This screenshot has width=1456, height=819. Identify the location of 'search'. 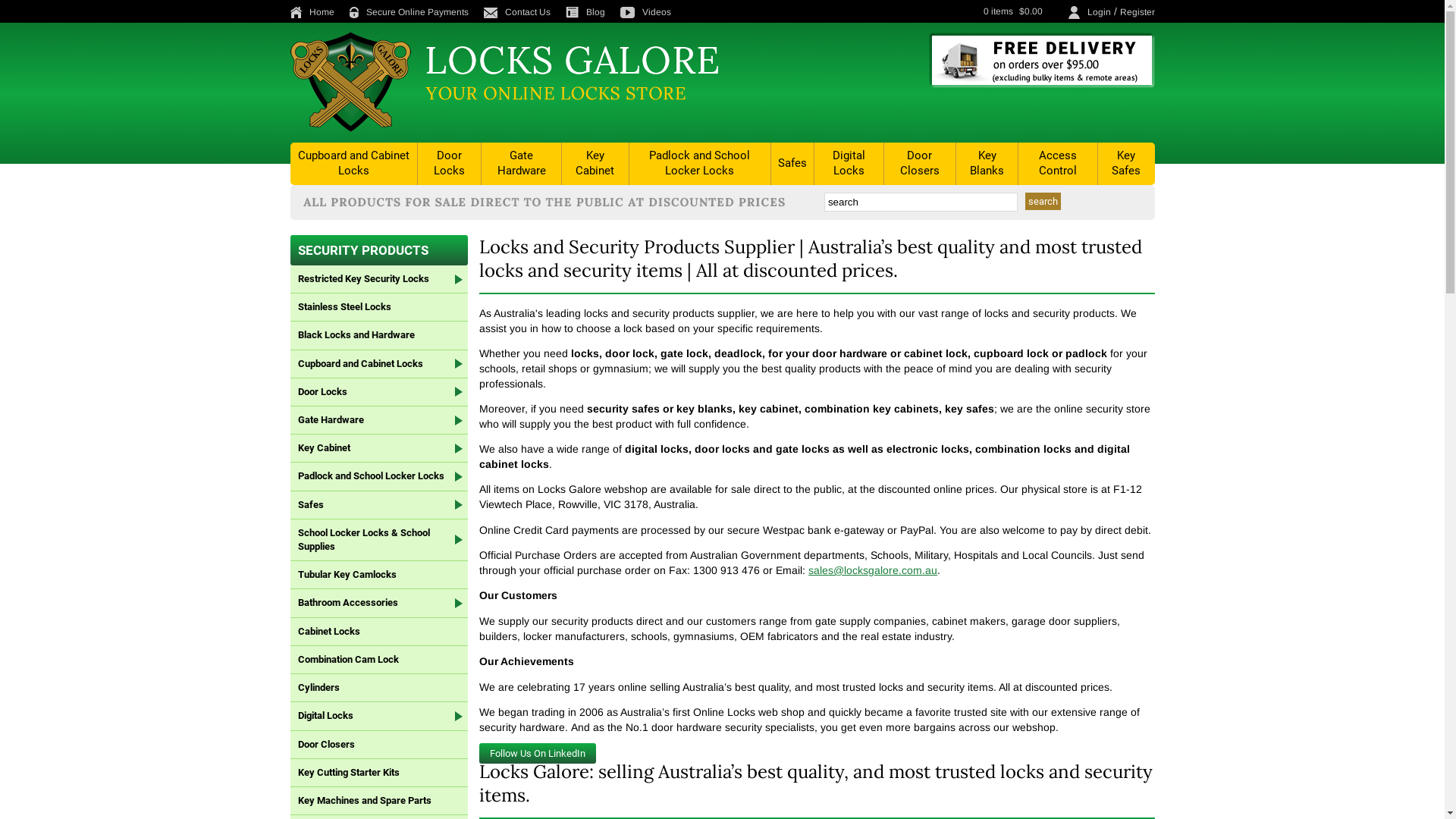
(1042, 200).